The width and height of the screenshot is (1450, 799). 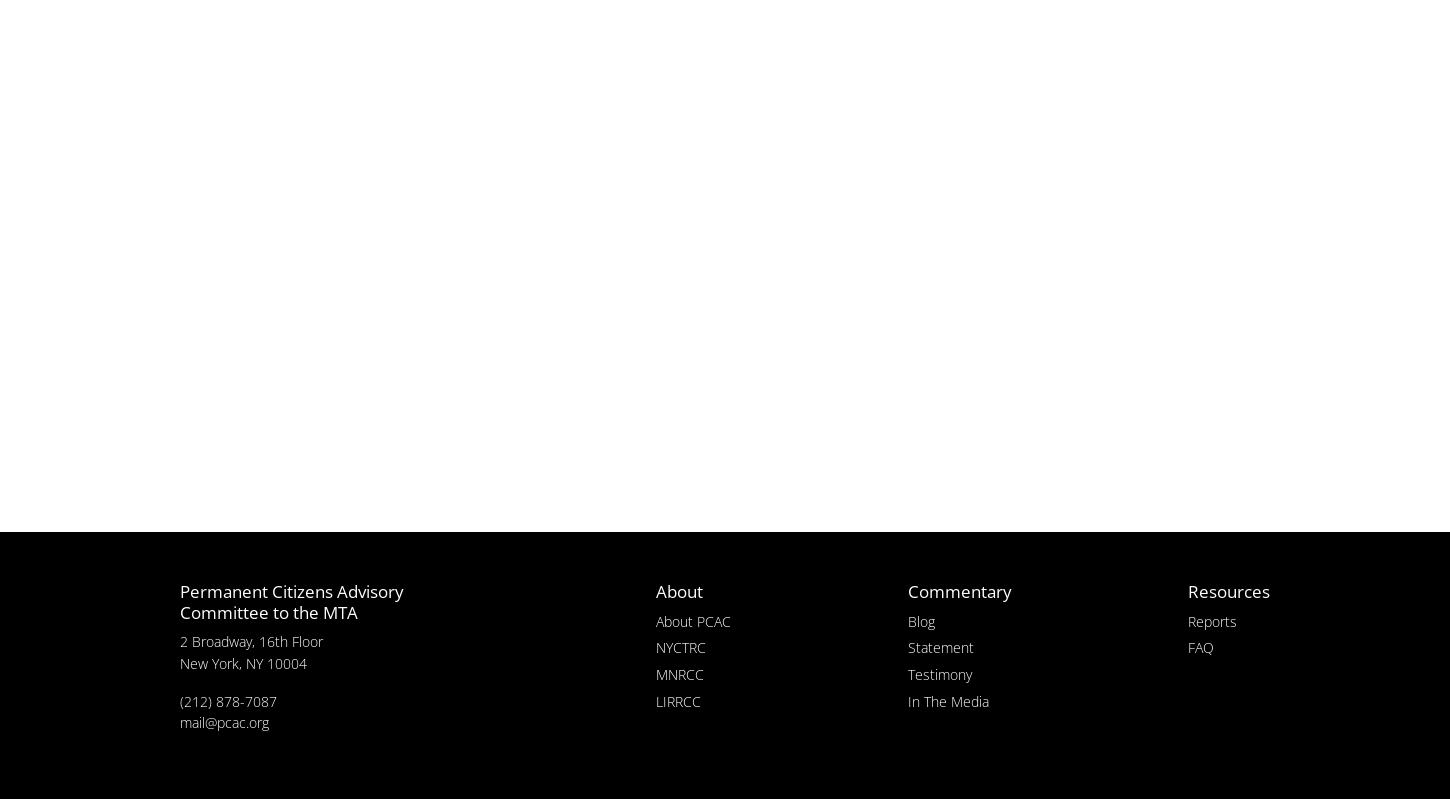 I want to click on 'Statement', so click(x=939, y=646).